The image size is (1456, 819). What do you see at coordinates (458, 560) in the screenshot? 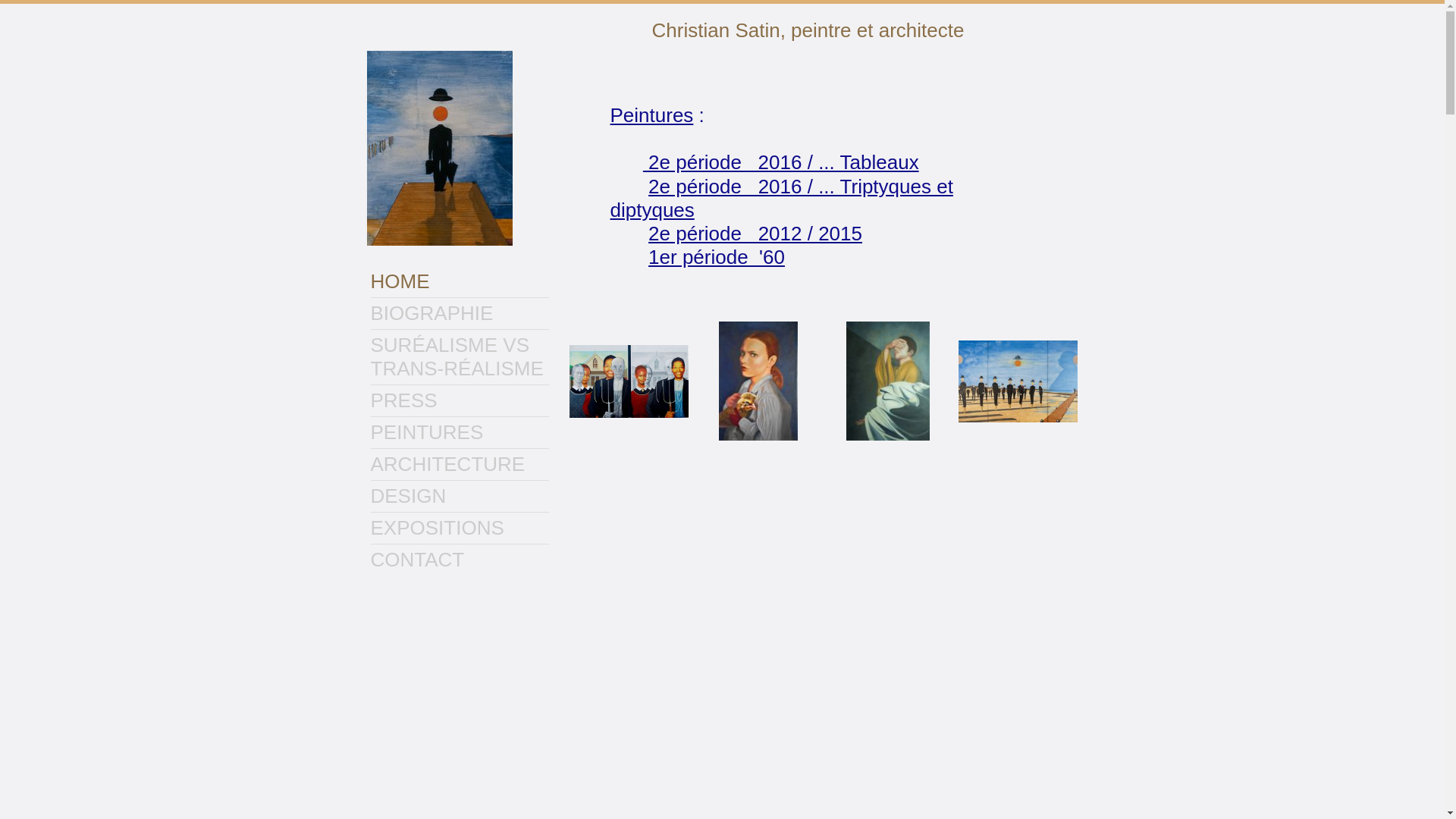
I see `'CONTACT'` at bounding box center [458, 560].